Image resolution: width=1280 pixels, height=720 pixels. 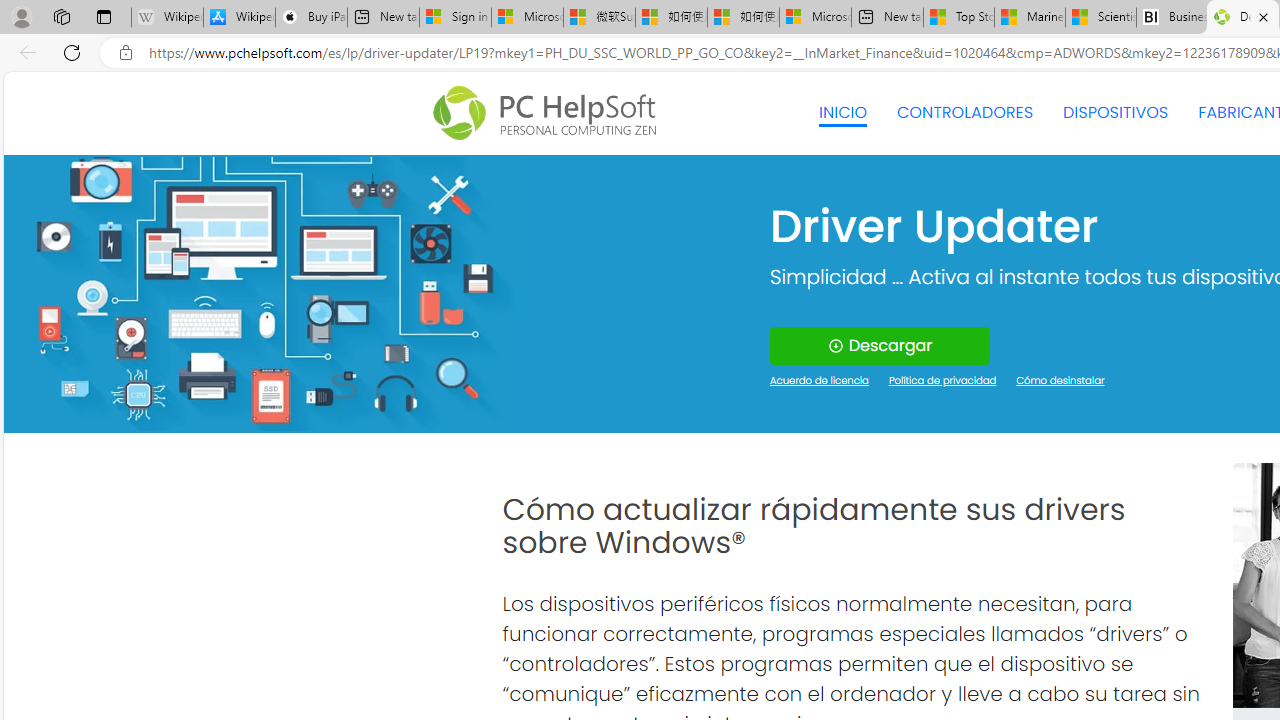 I want to click on 'Generic', so click(x=262, y=293).